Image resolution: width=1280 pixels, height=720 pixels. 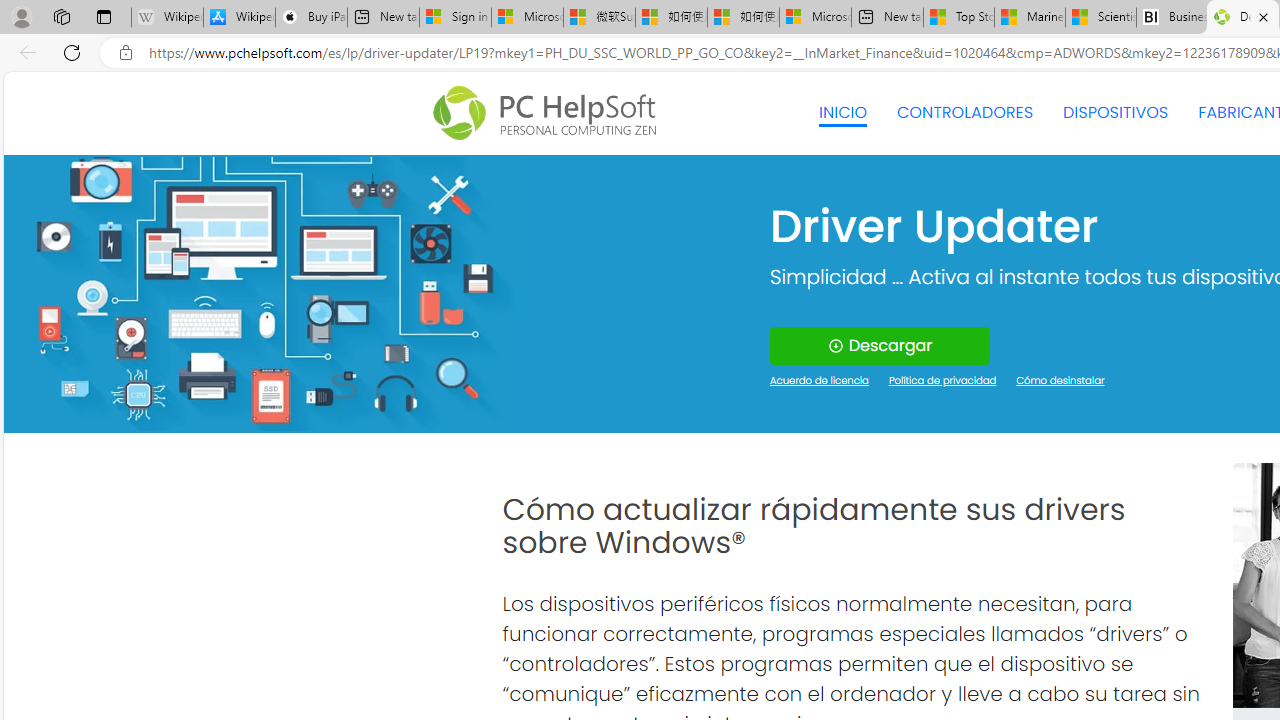 I want to click on 'Generic', so click(x=262, y=293).